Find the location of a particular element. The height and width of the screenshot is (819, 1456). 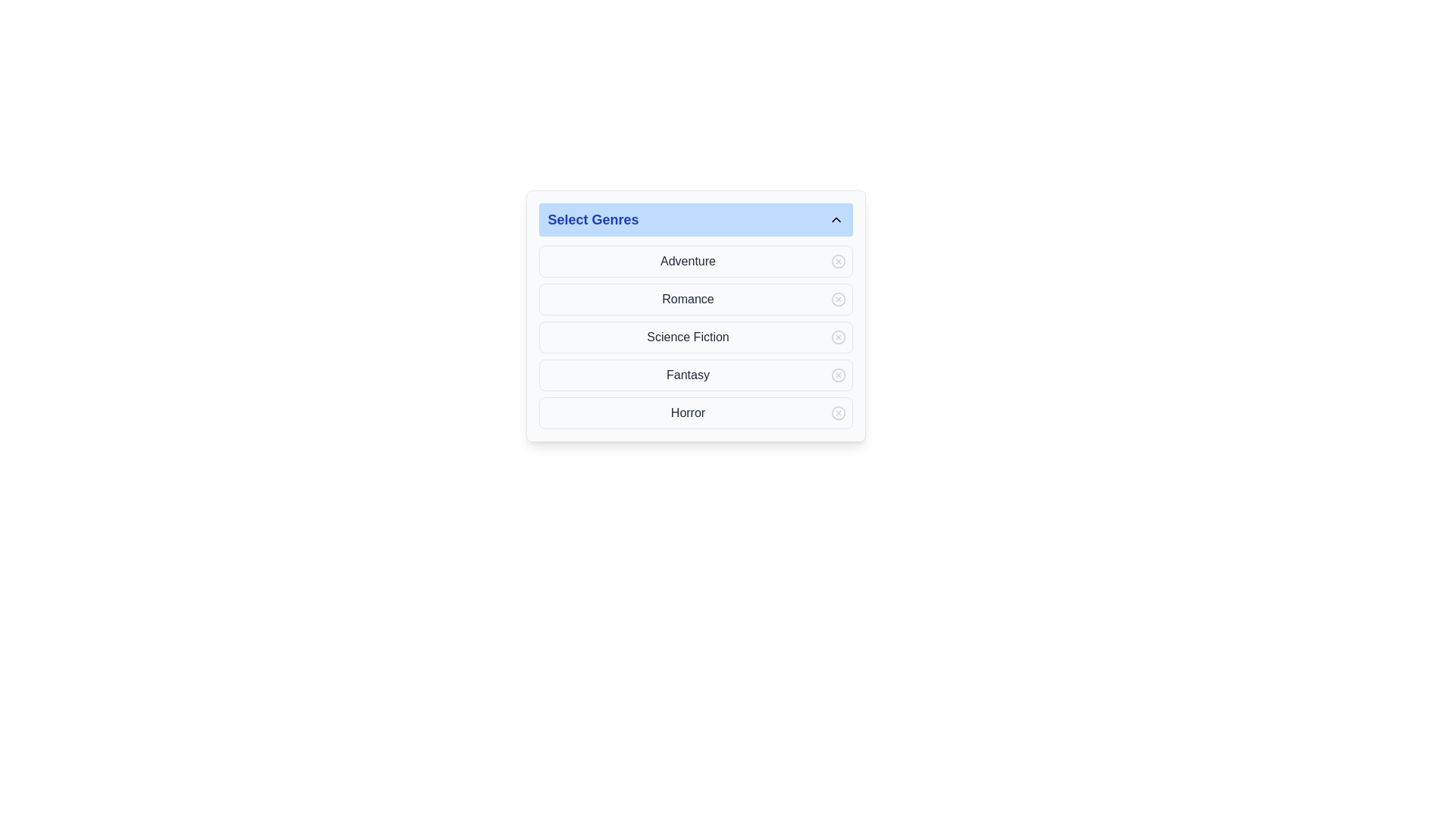

the selectable genre option labeled 'Horror' in the dropdown menu at the bottom of the list is located at coordinates (687, 413).